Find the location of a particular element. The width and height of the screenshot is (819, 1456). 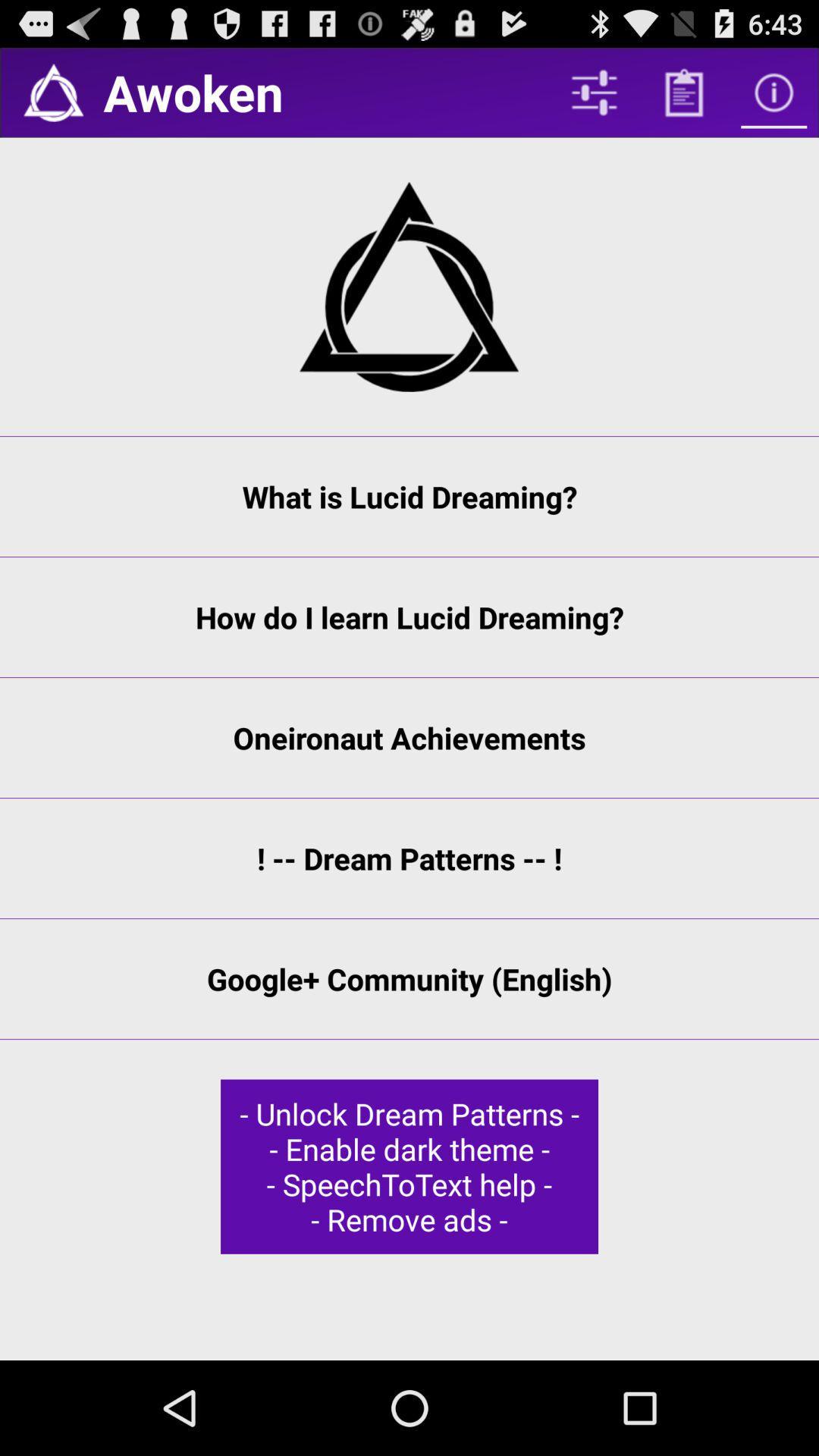

paste journal is located at coordinates (684, 92).